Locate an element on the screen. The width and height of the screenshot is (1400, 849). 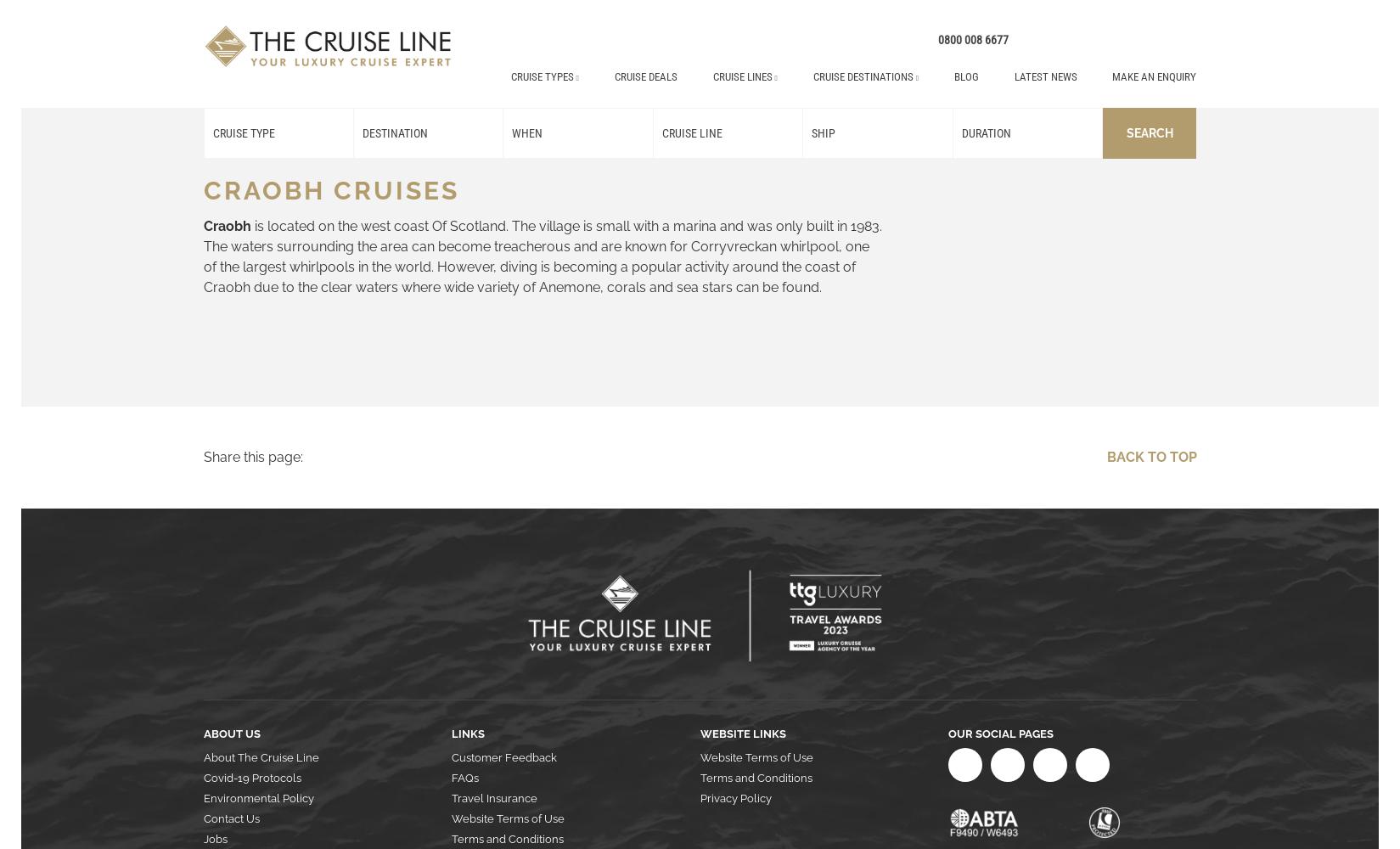
'Craobh' is located at coordinates (226, 226).